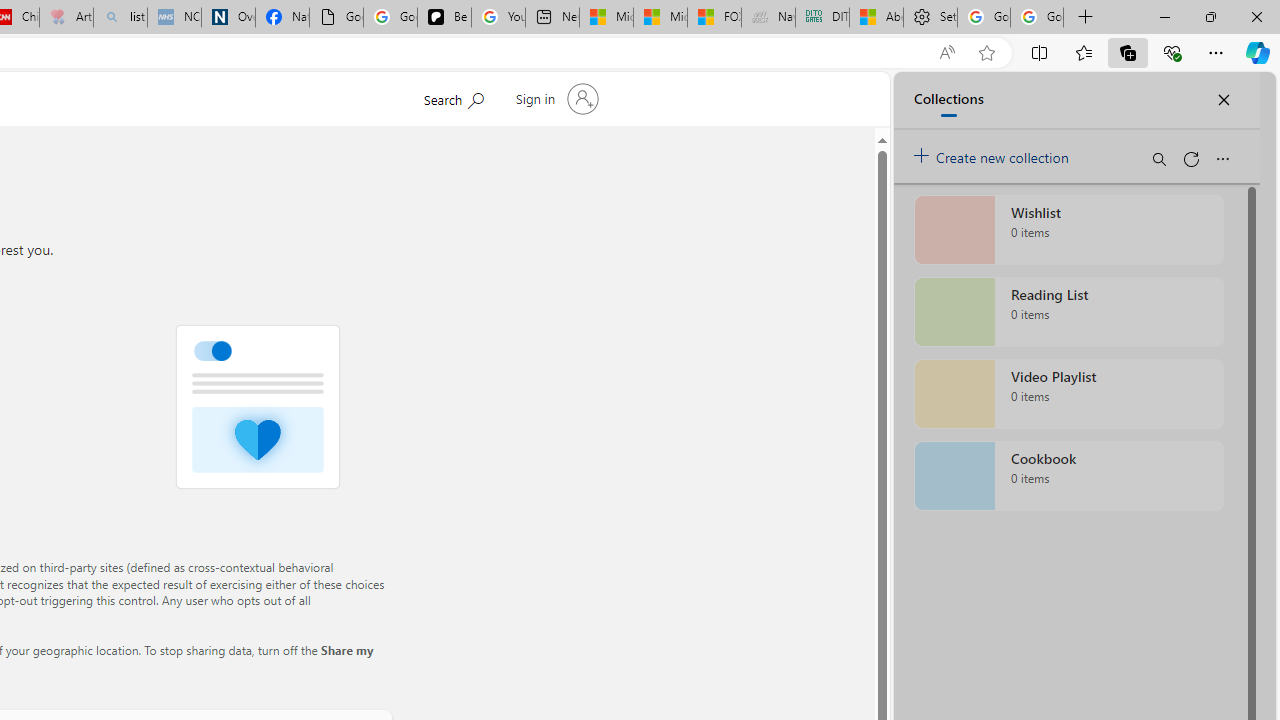 The image size is (1280, 720). What do you see at coordinates (554, 99) in the screenshot?
I see `'Sign in to your account'` at bounding box center [554, 99].